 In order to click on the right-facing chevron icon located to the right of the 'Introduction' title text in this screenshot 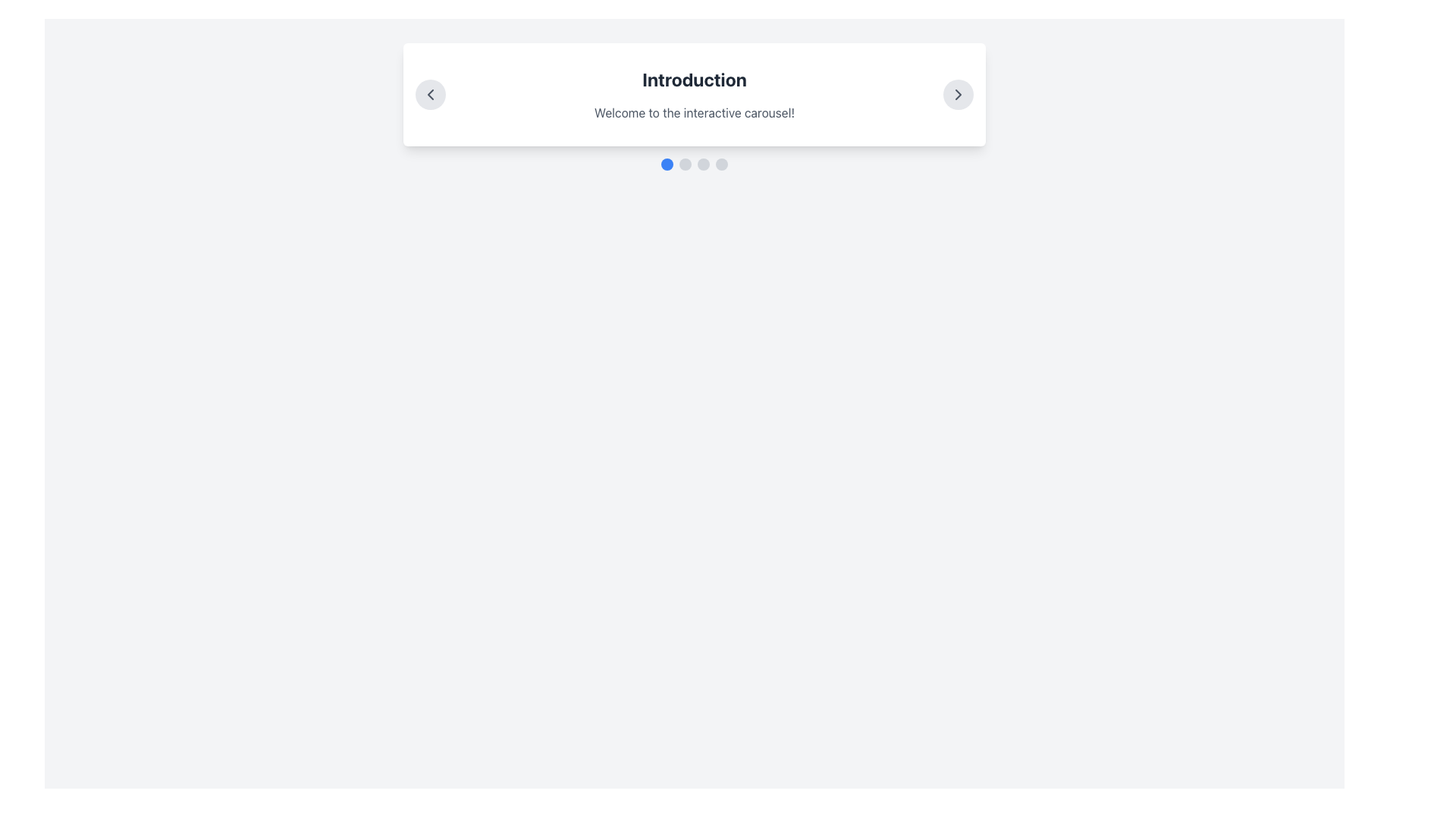, I will do `click(957, 94)`.